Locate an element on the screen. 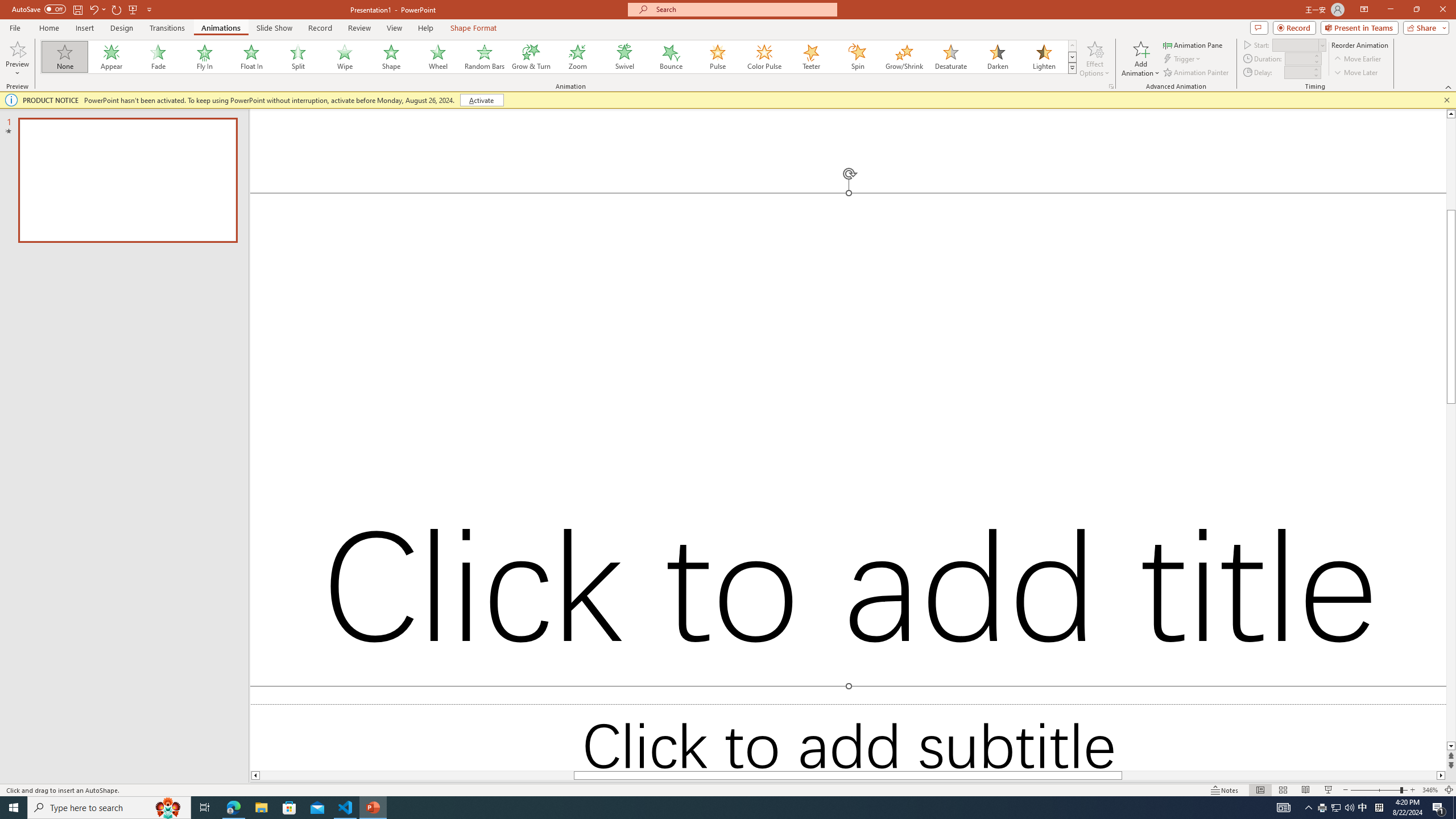  'Trigger' is located at coordinates (1182, 59).